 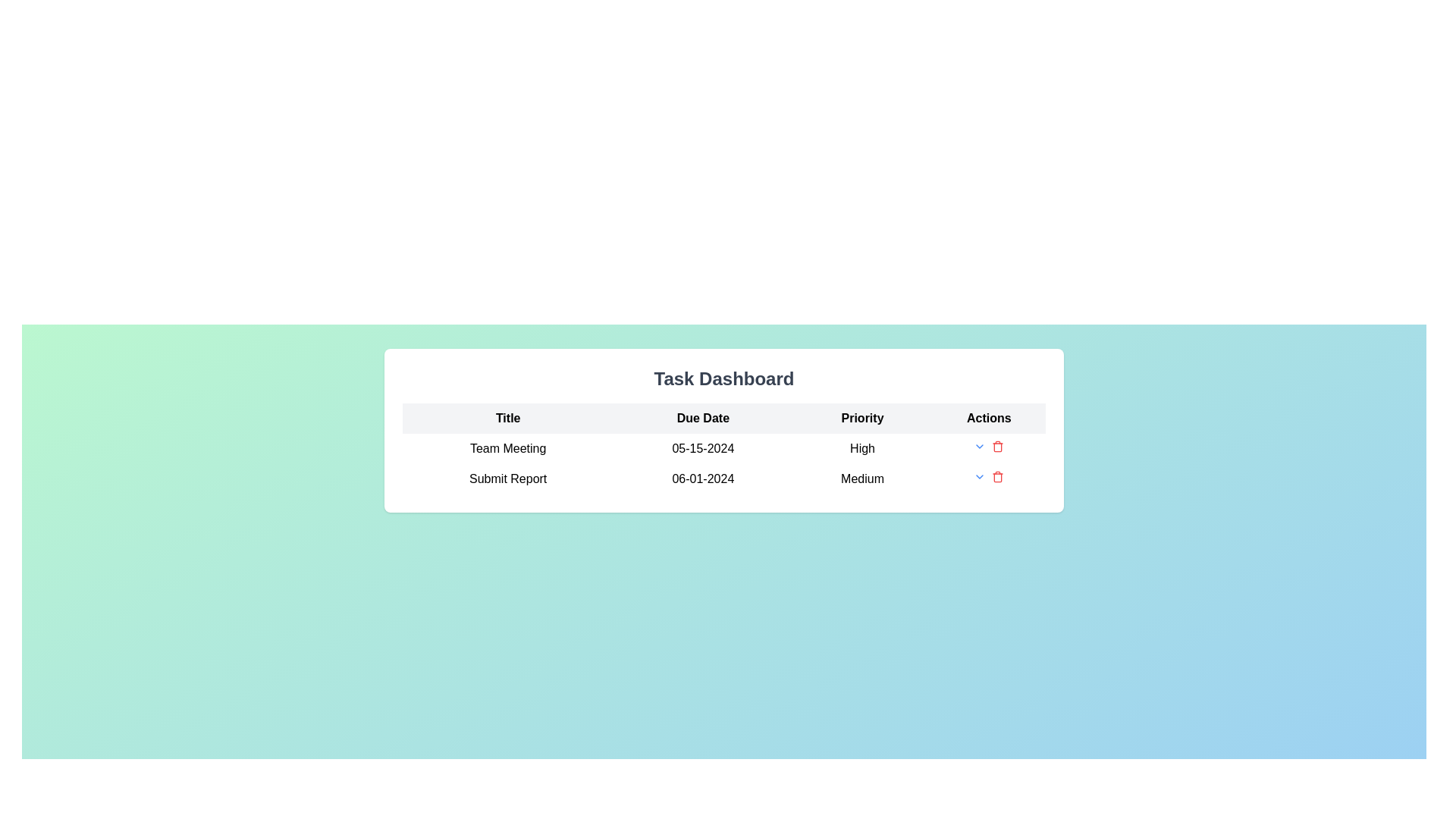 What do you see at coordinates (508, 479) in the screenshot?
I see `the static text element displaying 'Submit Report', which is located in the second row of the table under the 'Title' column` at bounding box center [508, 479].